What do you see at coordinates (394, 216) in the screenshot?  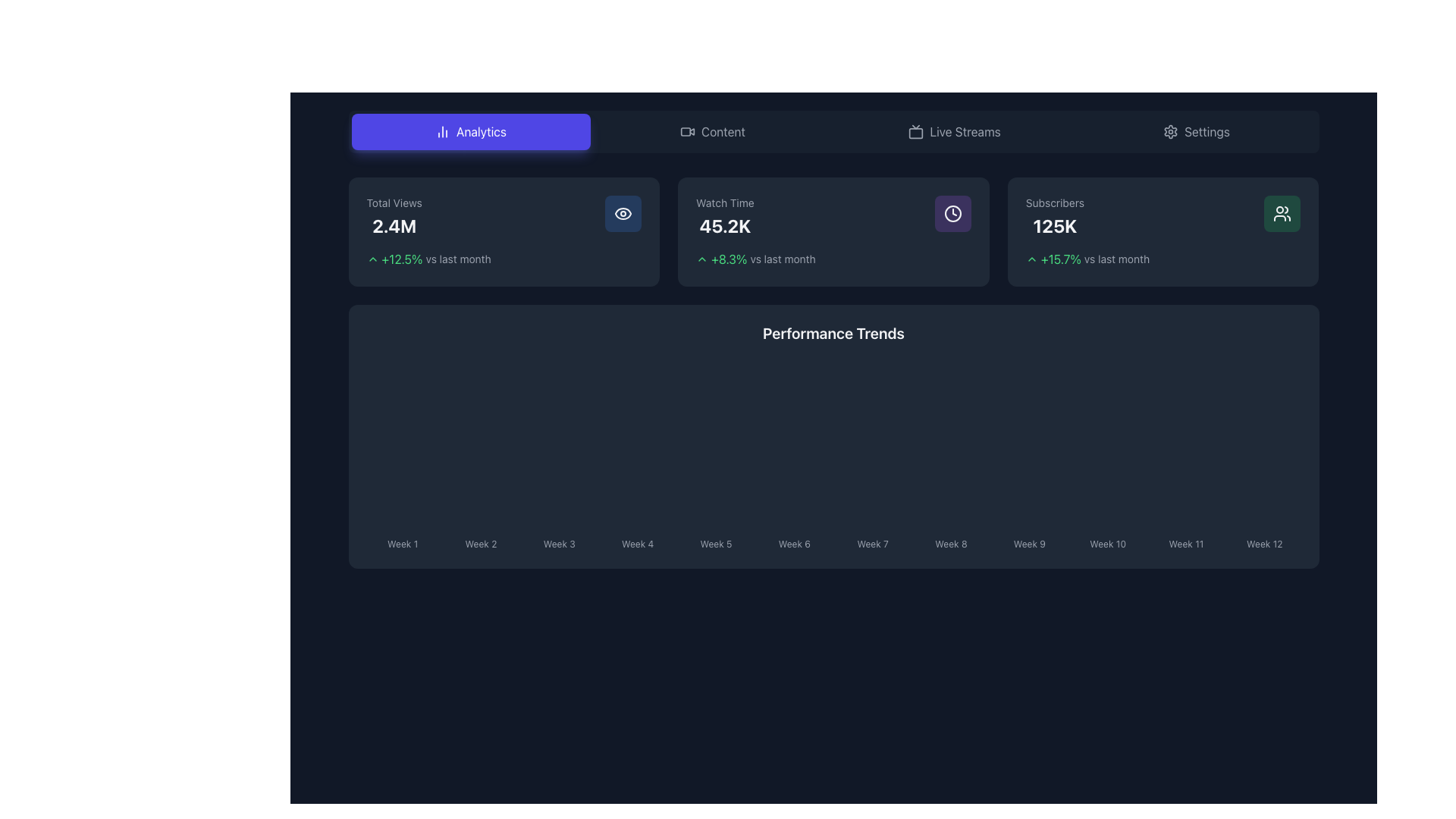 I see `the Text display element that shows 'Total Views' with the value '2.4M', located in the upper-left corner of a dark card containing analytics metrics` at bounding box center [394, 216].